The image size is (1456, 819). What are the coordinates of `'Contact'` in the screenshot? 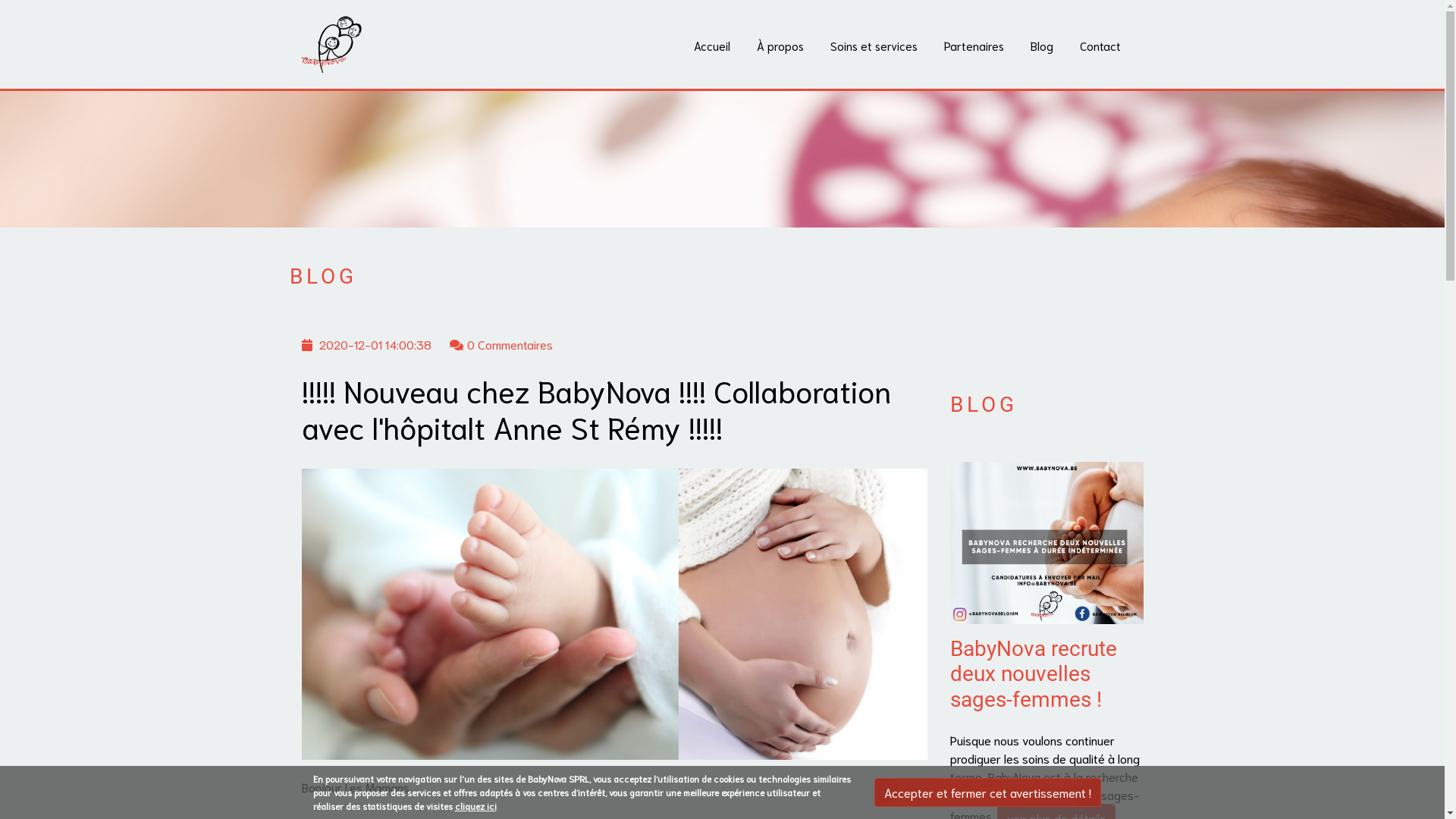 It's located at (1100, 45).